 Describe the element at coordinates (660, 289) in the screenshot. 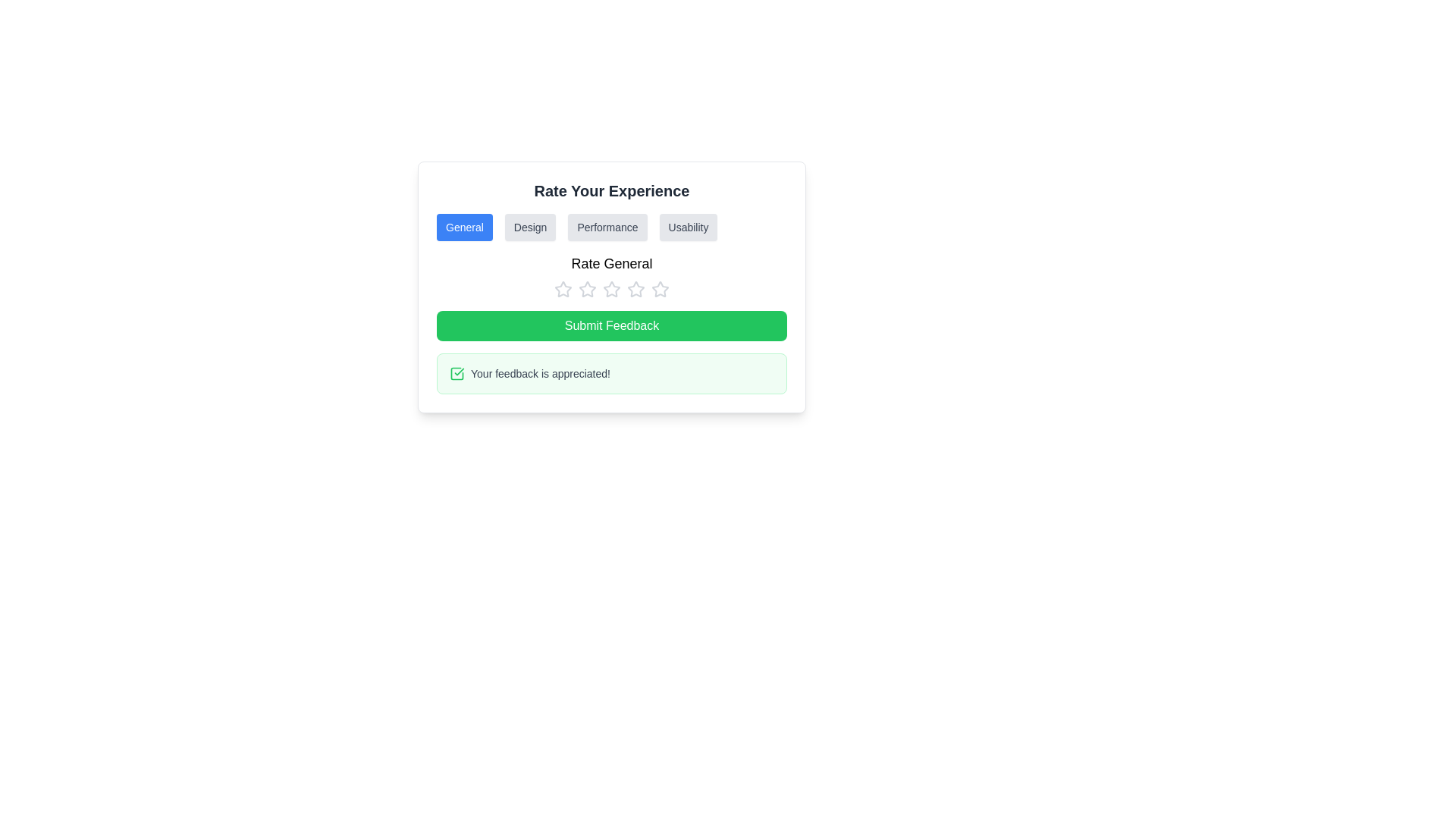

I see `the fifth star icon in the rating system under the text 'Rate General'` at that location.